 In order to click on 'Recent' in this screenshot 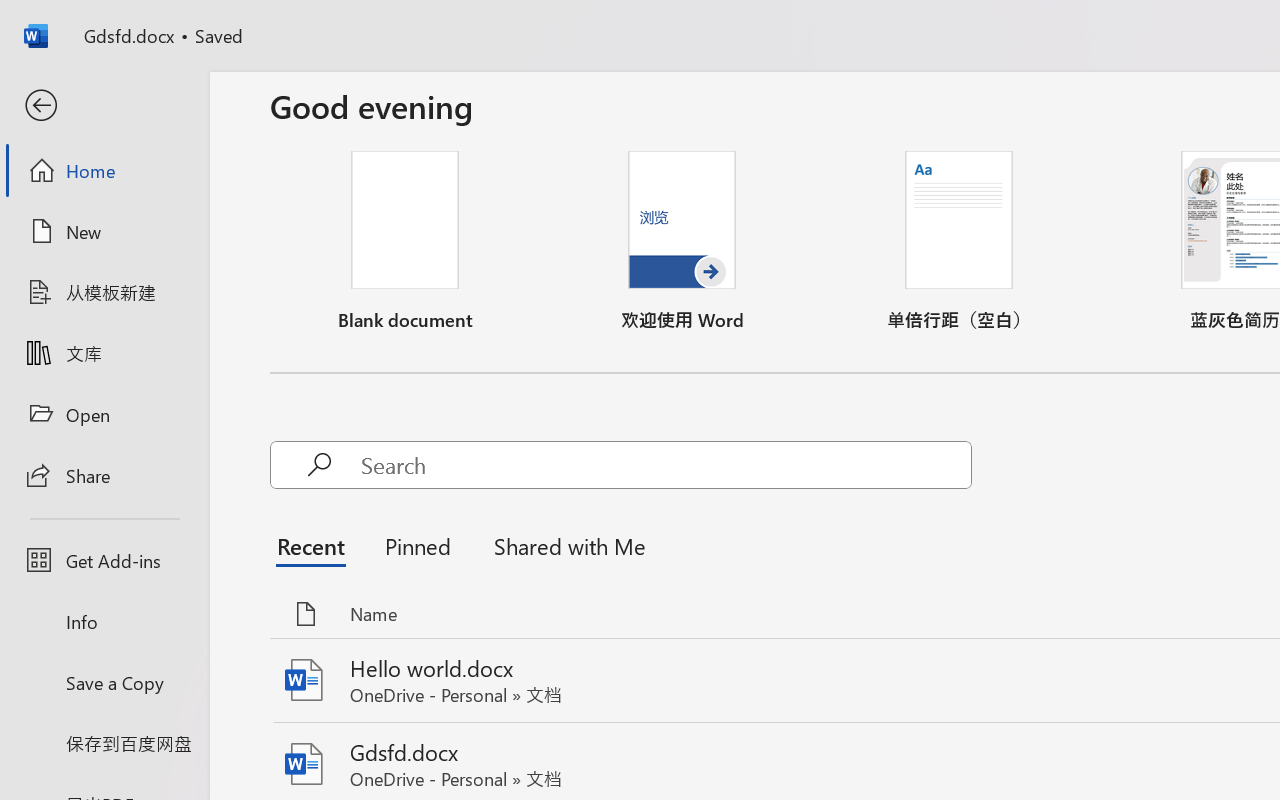, I will do `click(315, 546)`.